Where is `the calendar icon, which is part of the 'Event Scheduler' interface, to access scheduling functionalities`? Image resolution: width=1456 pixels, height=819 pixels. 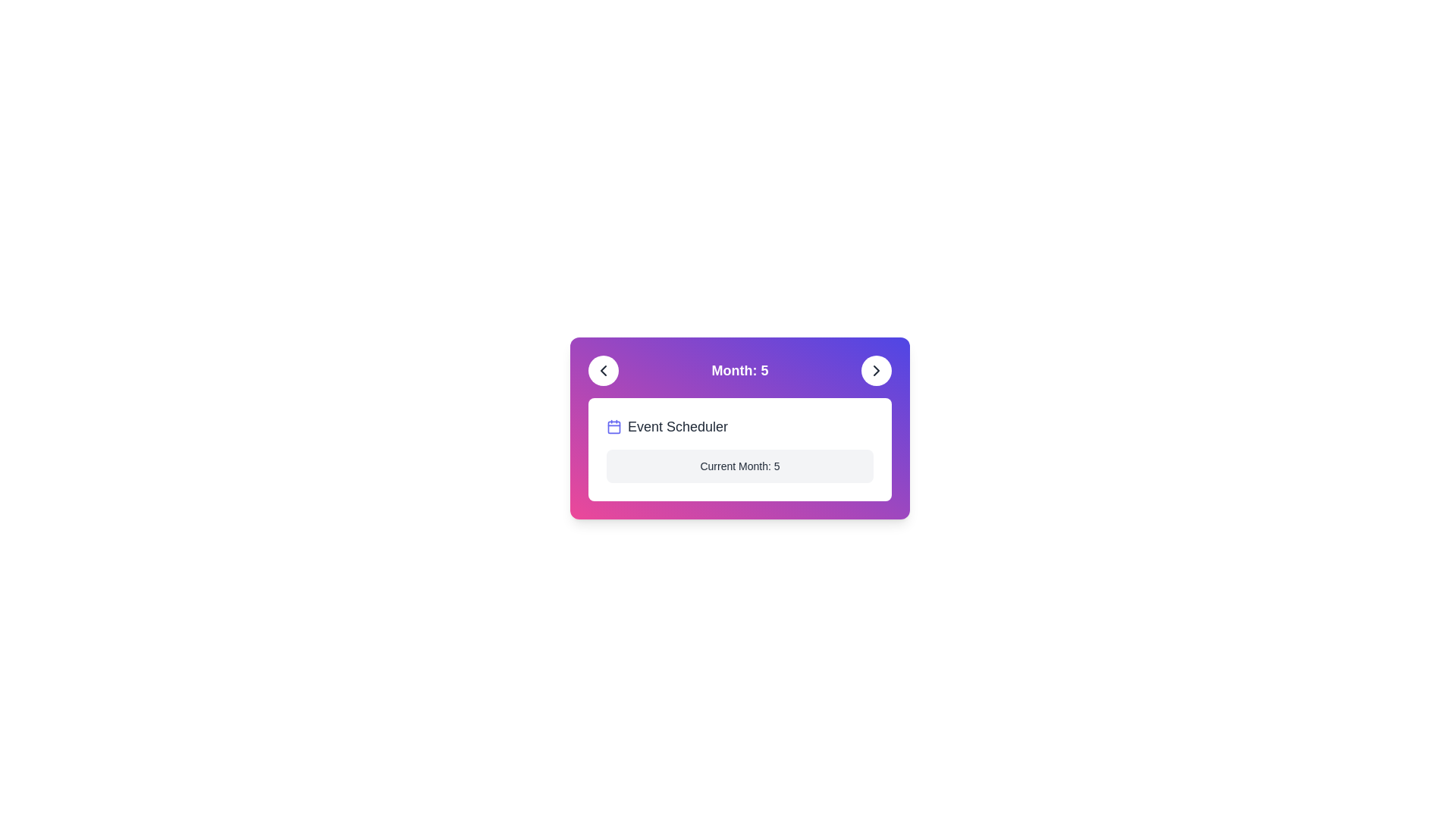 the calendar icon, which is part of the 'Event Scheduler' interface, to access scheduling functionalities is located at coordinates (614, 427).